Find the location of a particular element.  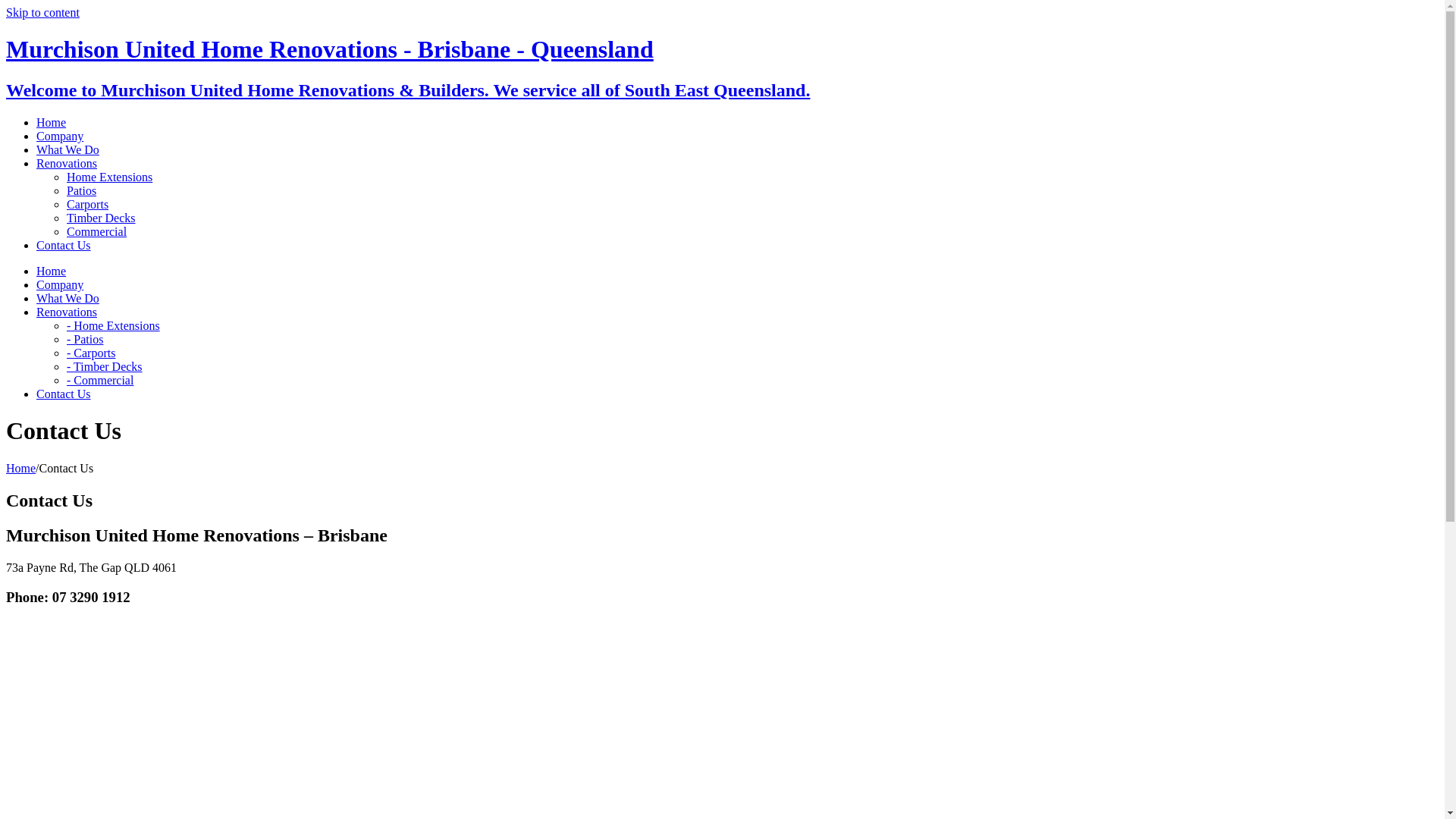

'Home Extensions' is located at coordinates (65, 176).